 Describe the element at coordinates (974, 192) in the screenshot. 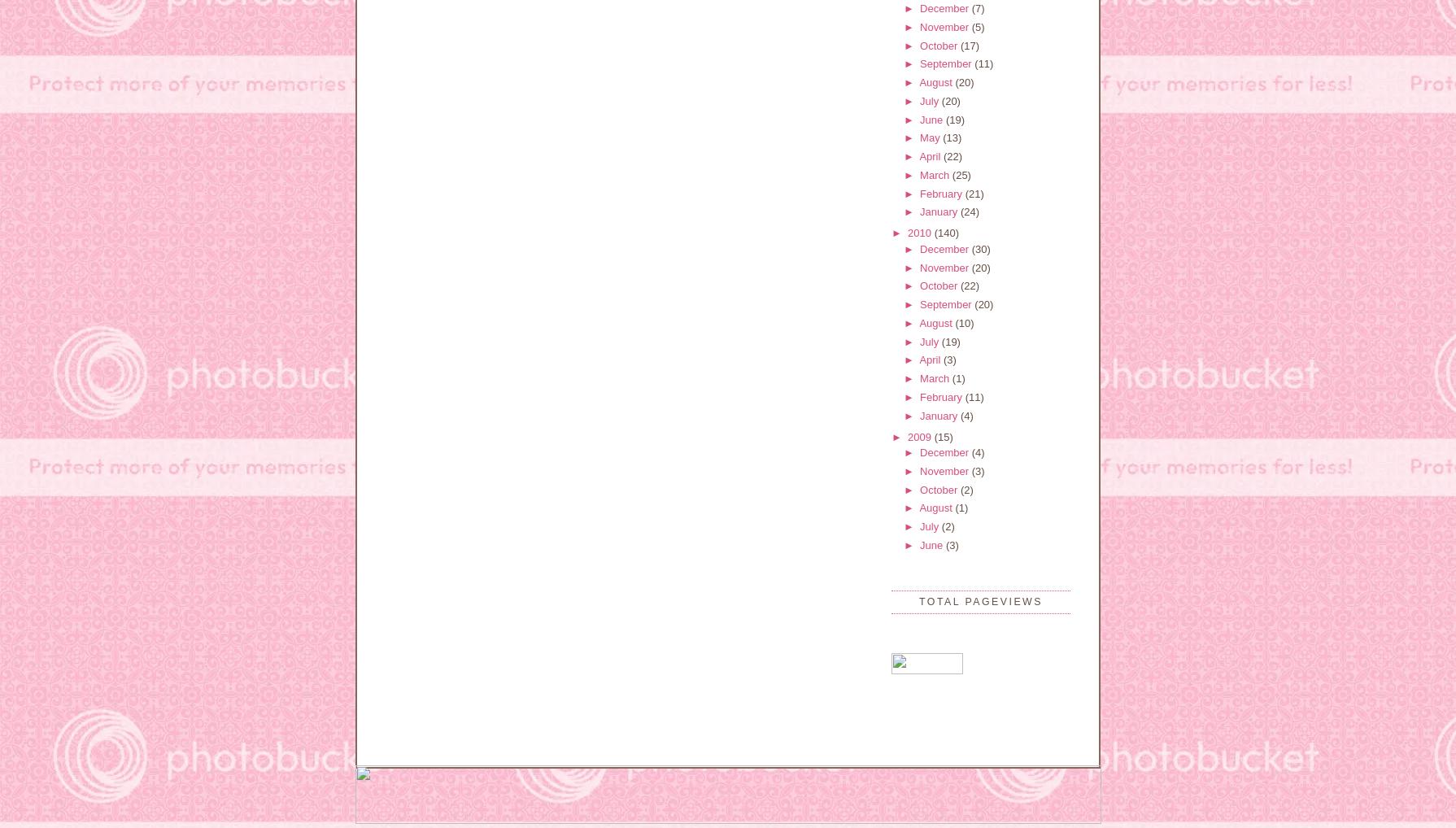

I see `'(21)'` at that location.